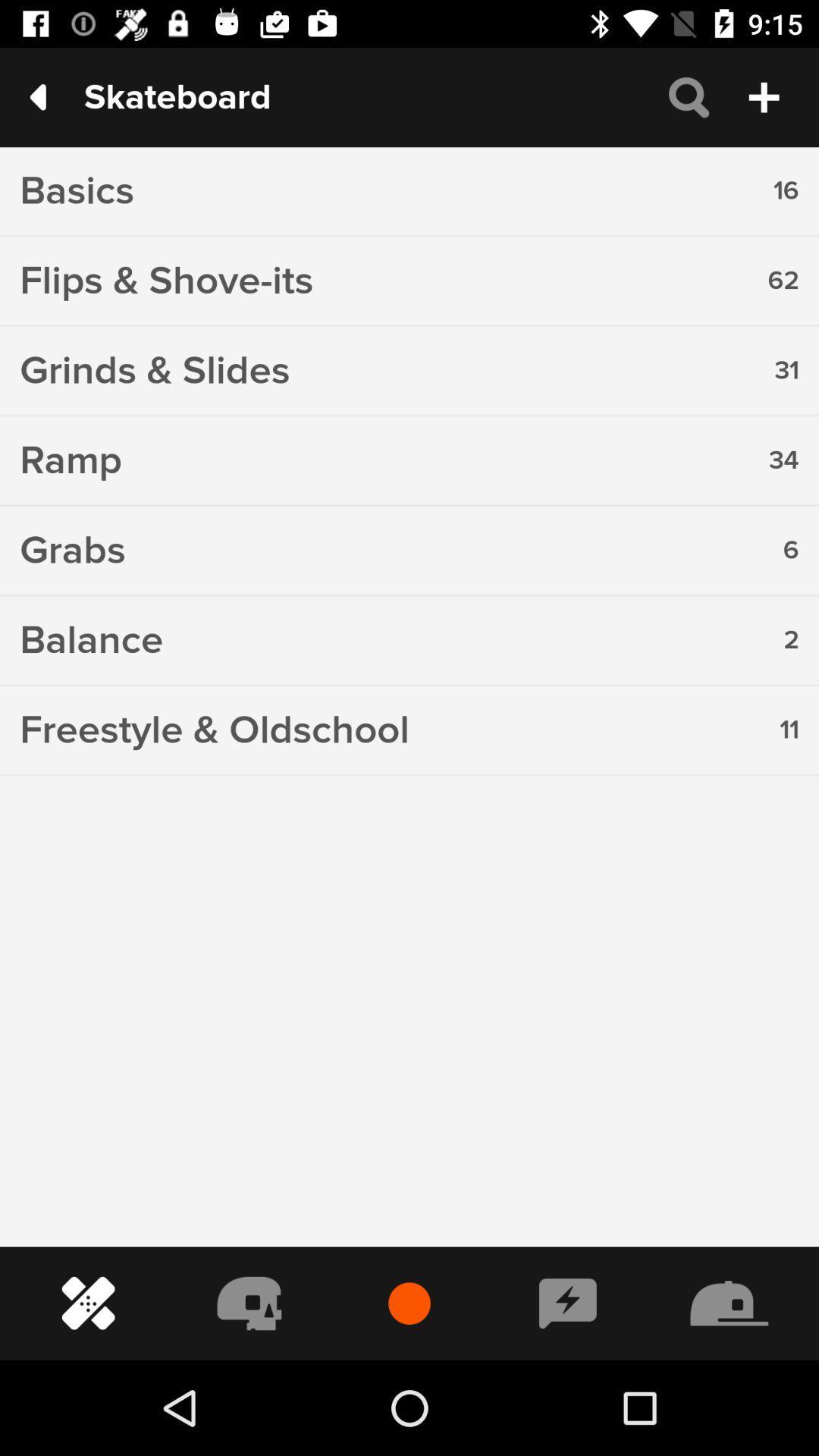  I want to click on the arrow_backward icon, so click(37, 96).